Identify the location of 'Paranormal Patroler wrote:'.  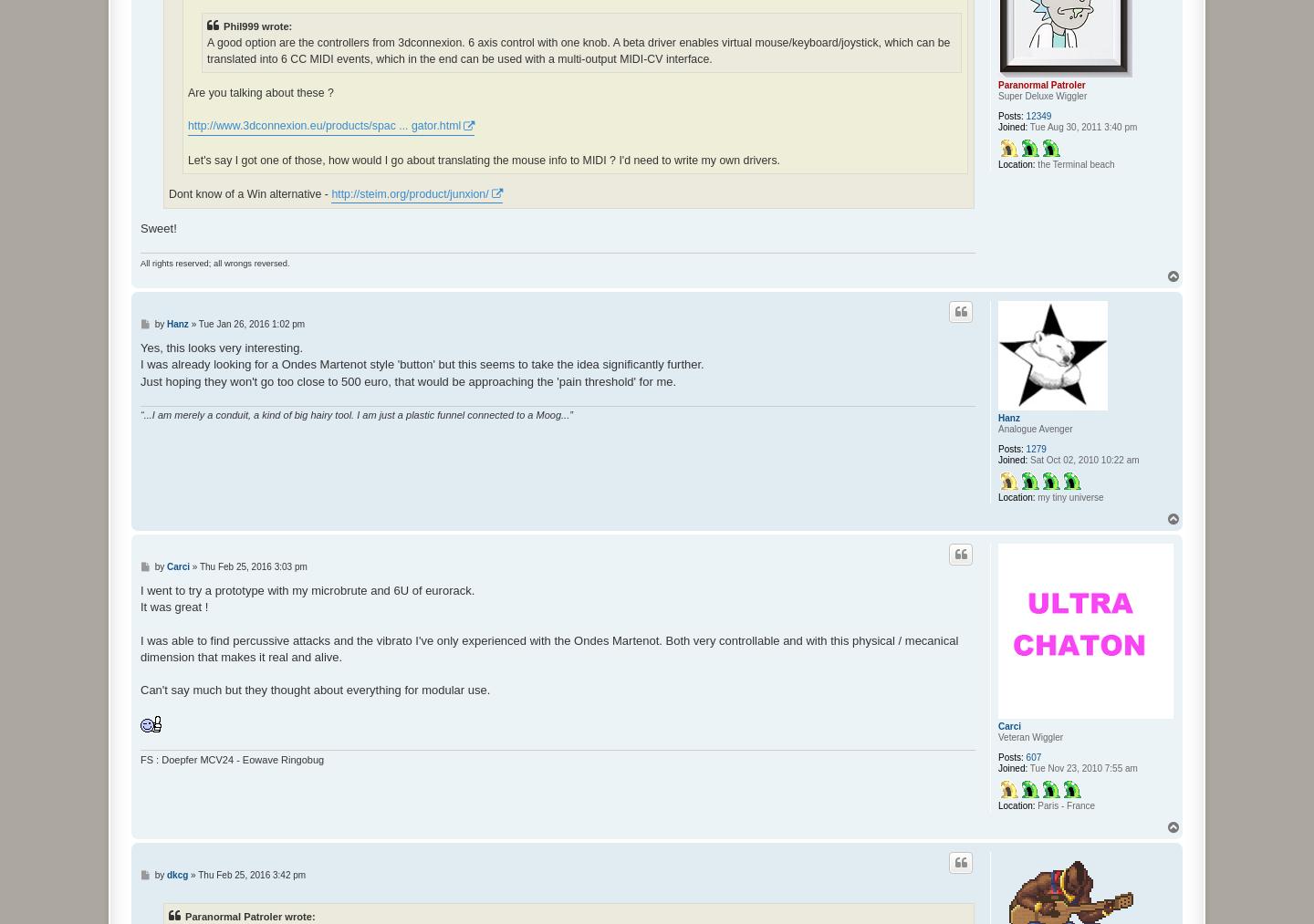
(249, 915).